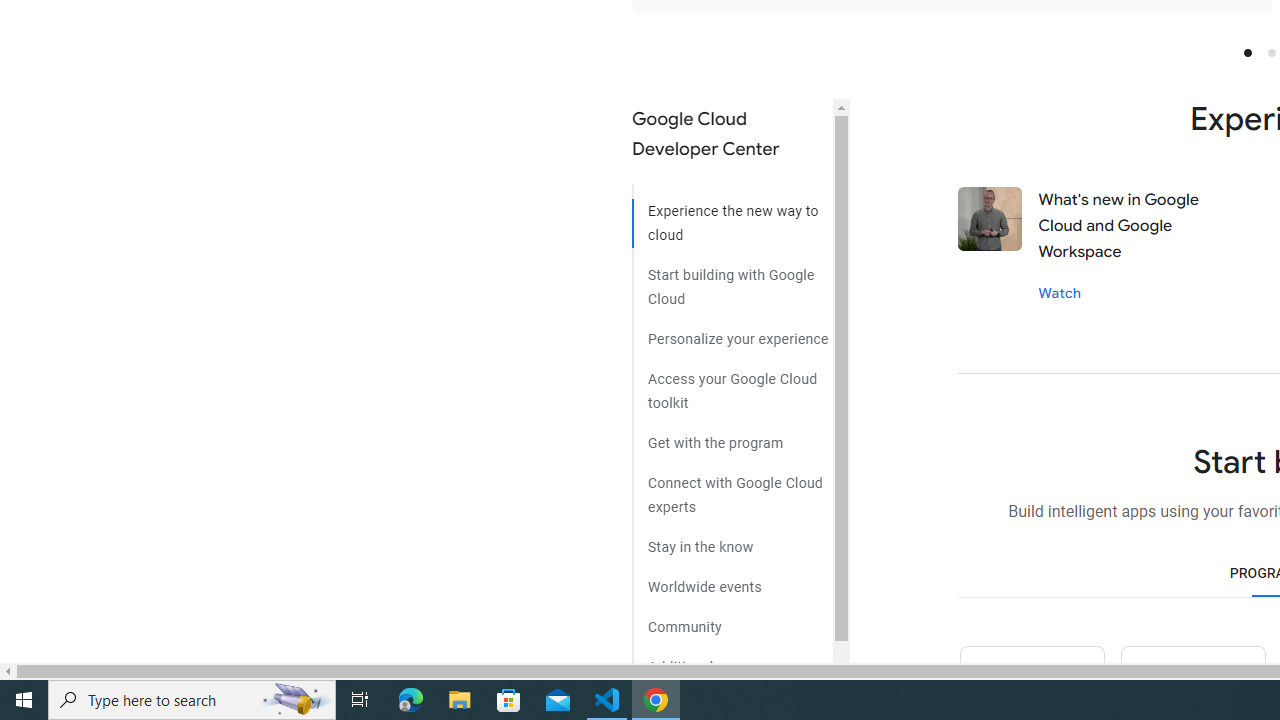  What do you see at coordinates (731, 618) in the screenshot?
I see `'Community'` at bounding box center [731, 618].